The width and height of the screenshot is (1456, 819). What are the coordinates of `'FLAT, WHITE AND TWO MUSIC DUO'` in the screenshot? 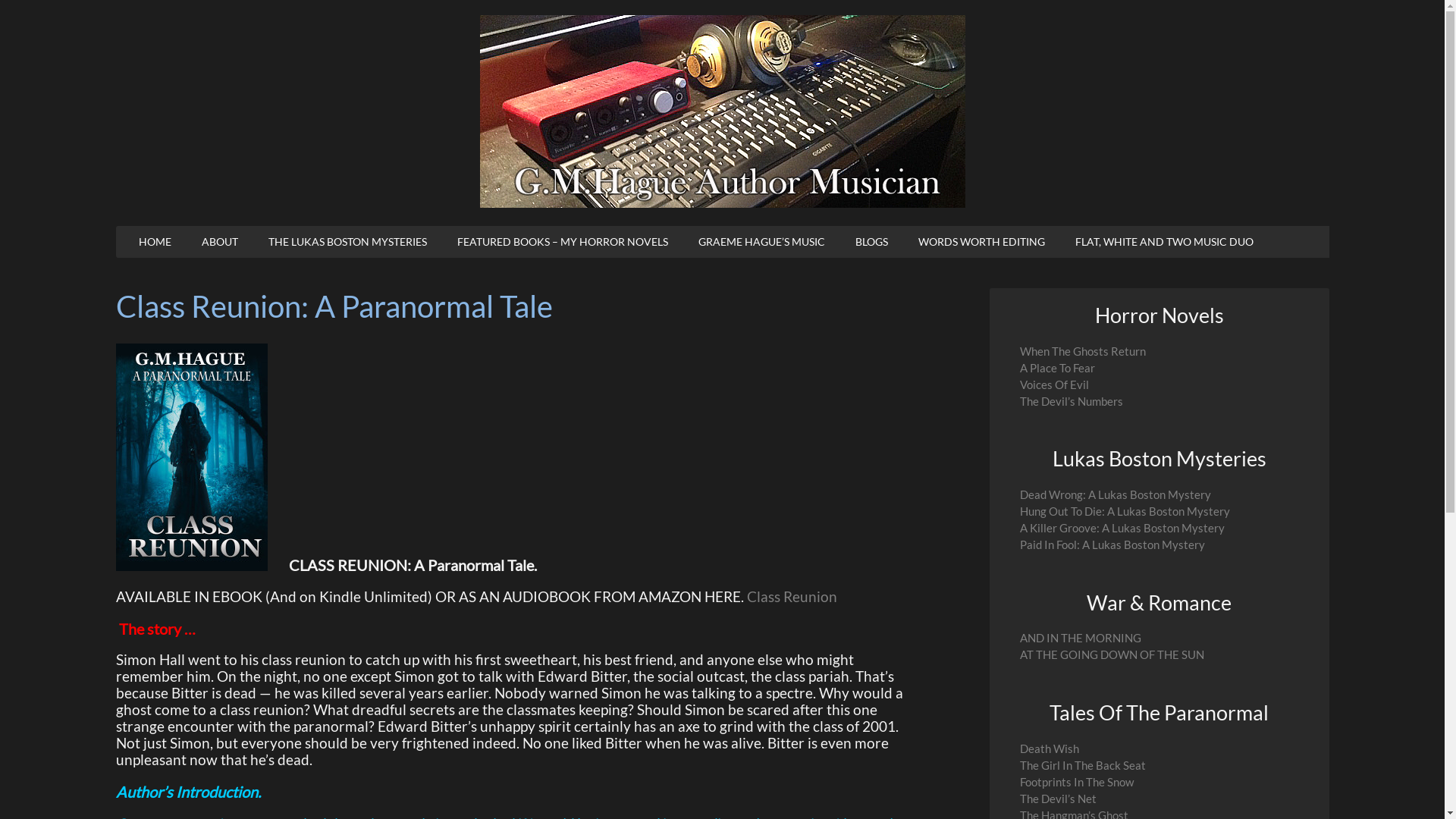 It's located at (1059, 241).